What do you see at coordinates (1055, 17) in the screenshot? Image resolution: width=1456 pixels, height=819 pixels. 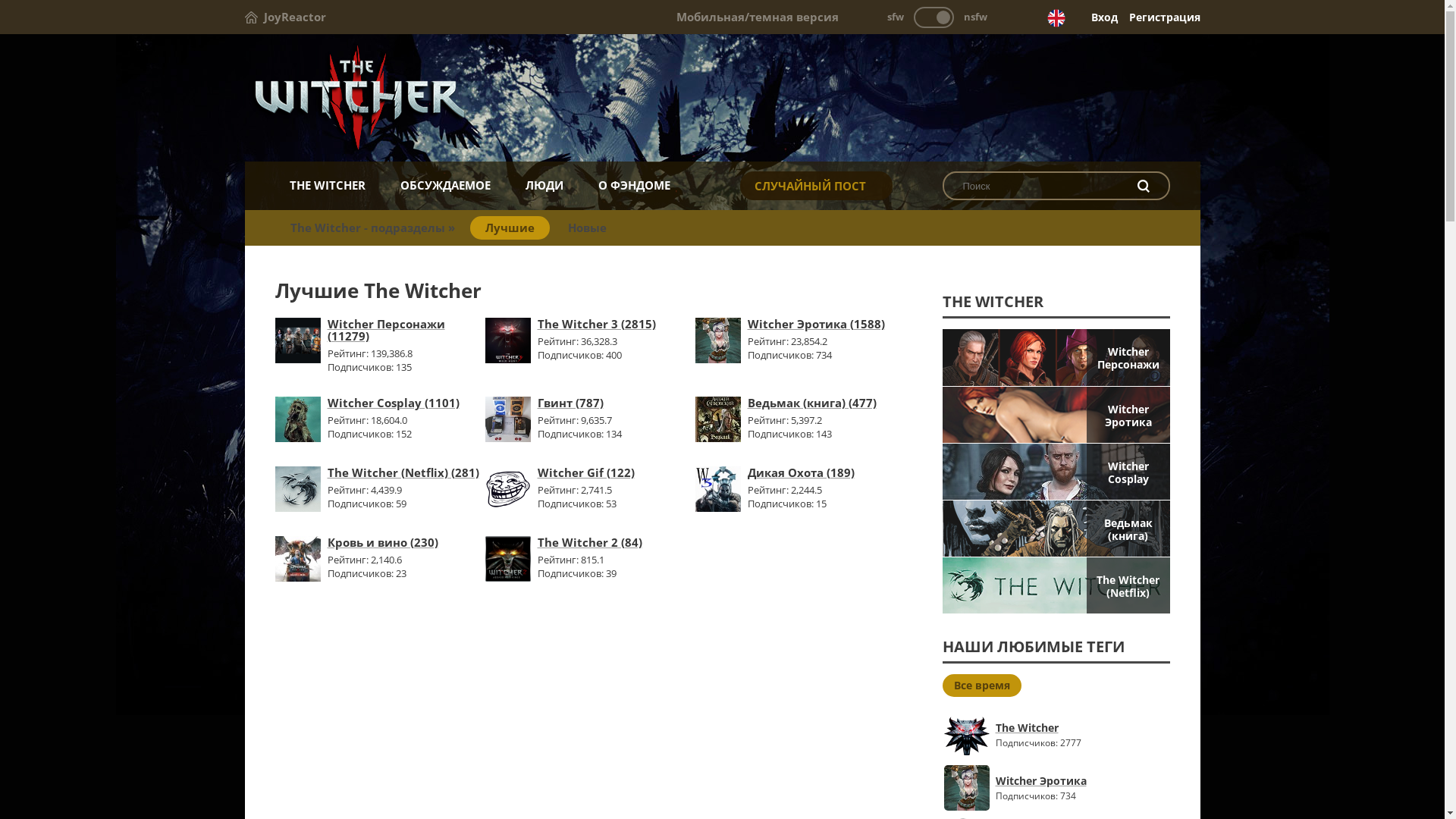 I see `'English version'` at bounding box center [1055, 17].